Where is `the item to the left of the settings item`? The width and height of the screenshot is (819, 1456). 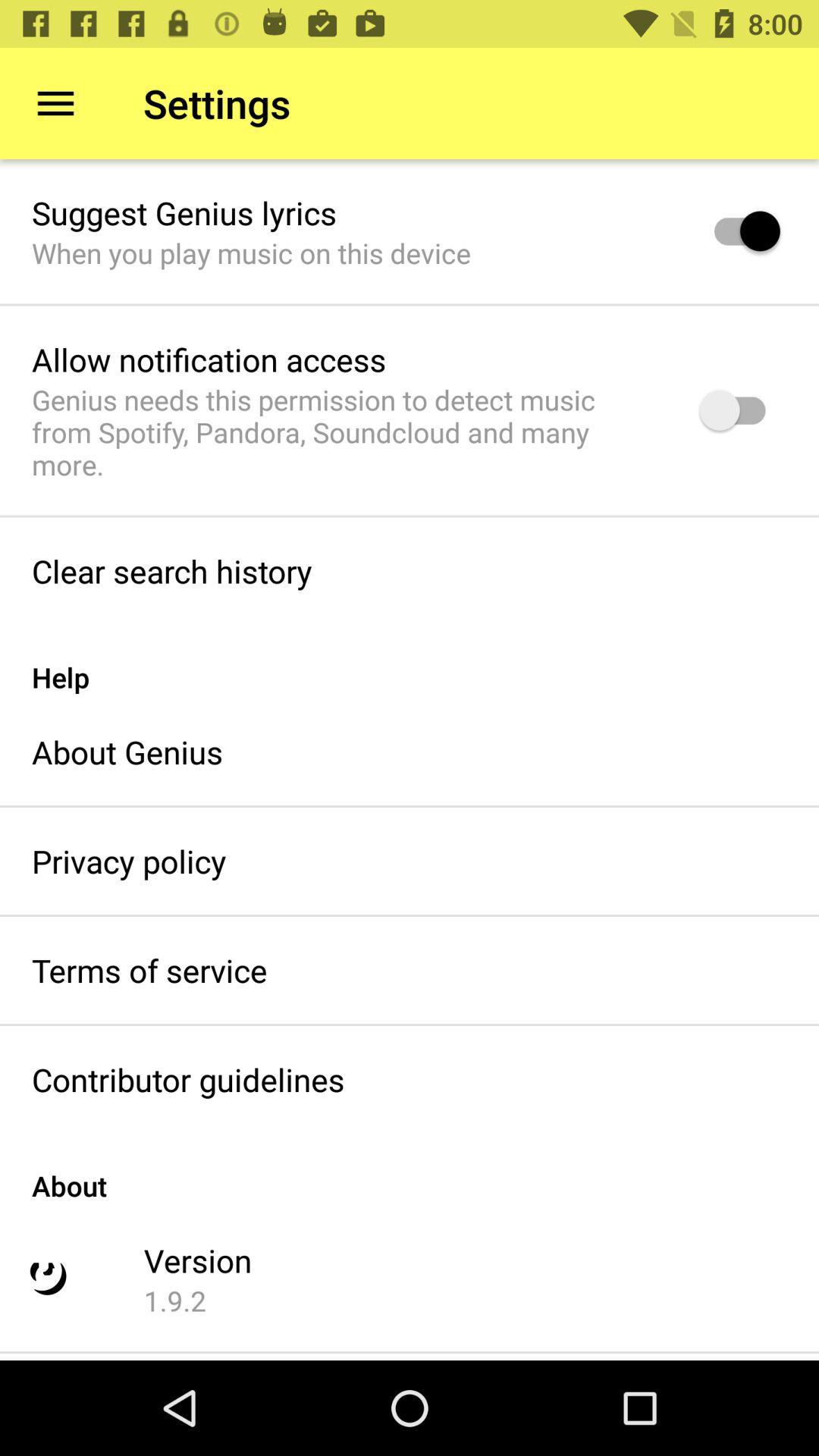 the item to the left of the settings item is located at coordinates (55, 102).